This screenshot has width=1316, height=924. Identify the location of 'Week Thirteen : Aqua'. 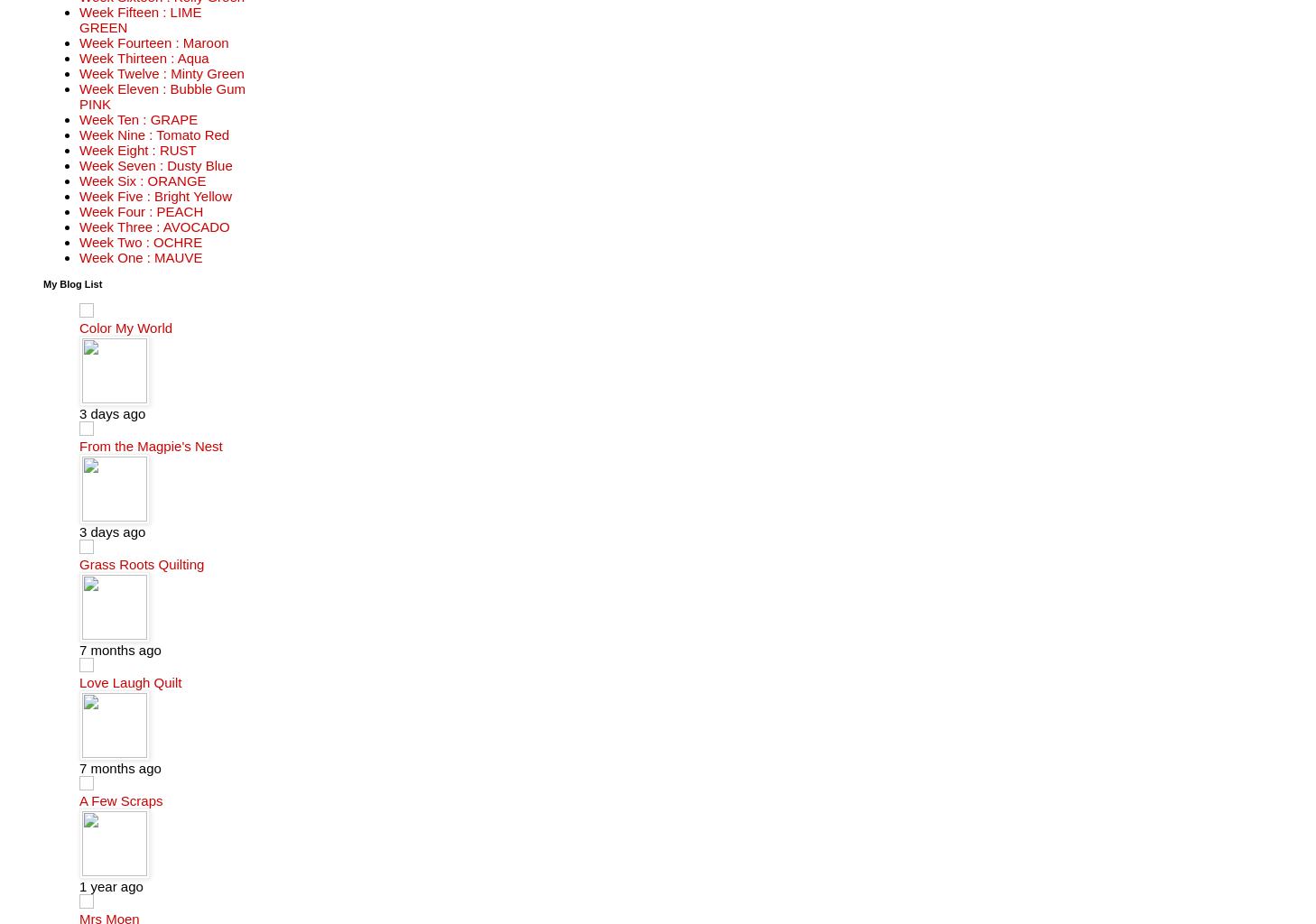
(143, 56).